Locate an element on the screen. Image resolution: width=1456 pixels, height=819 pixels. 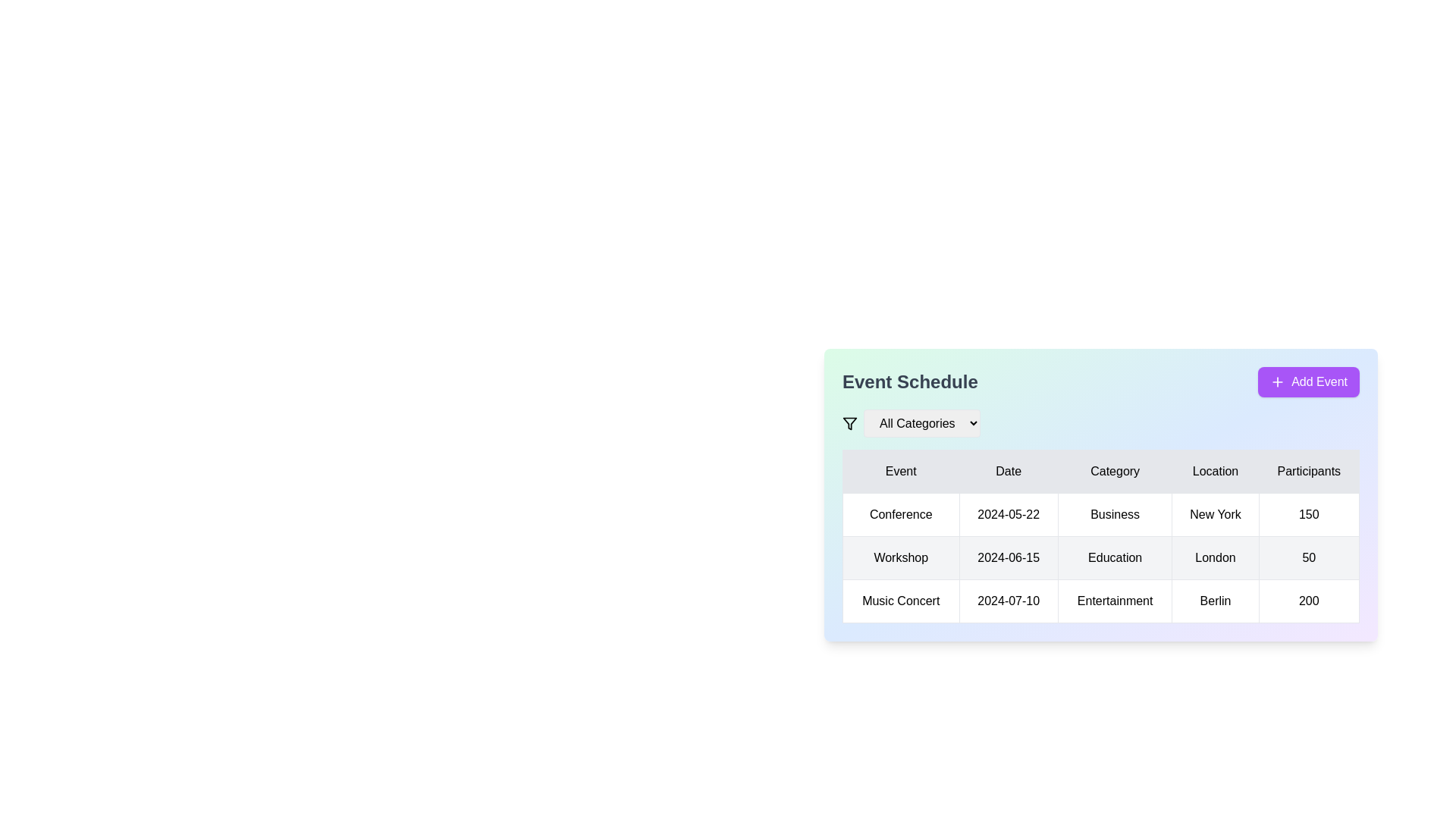
the 'Category' column header in the table, which is the third header in a sequence of five headers: 'Event', 'Date', 'Category', 'Location', and 'Participants' is located at coordinates (1115, 470).